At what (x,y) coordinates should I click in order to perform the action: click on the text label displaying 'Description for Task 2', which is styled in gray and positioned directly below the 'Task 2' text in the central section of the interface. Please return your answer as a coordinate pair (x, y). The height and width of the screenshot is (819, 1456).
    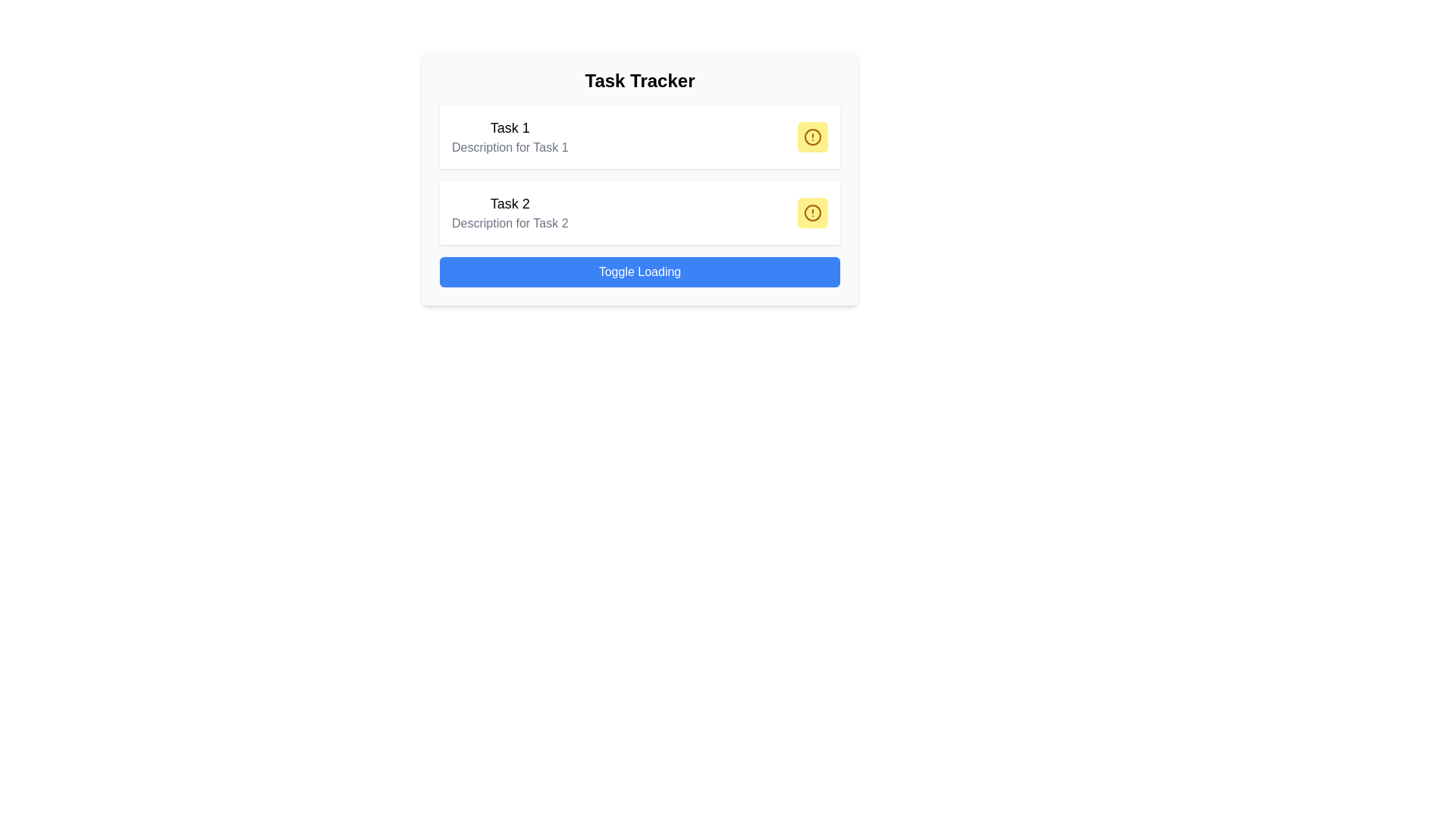
    Looking at the image, I should click on (510, 223).